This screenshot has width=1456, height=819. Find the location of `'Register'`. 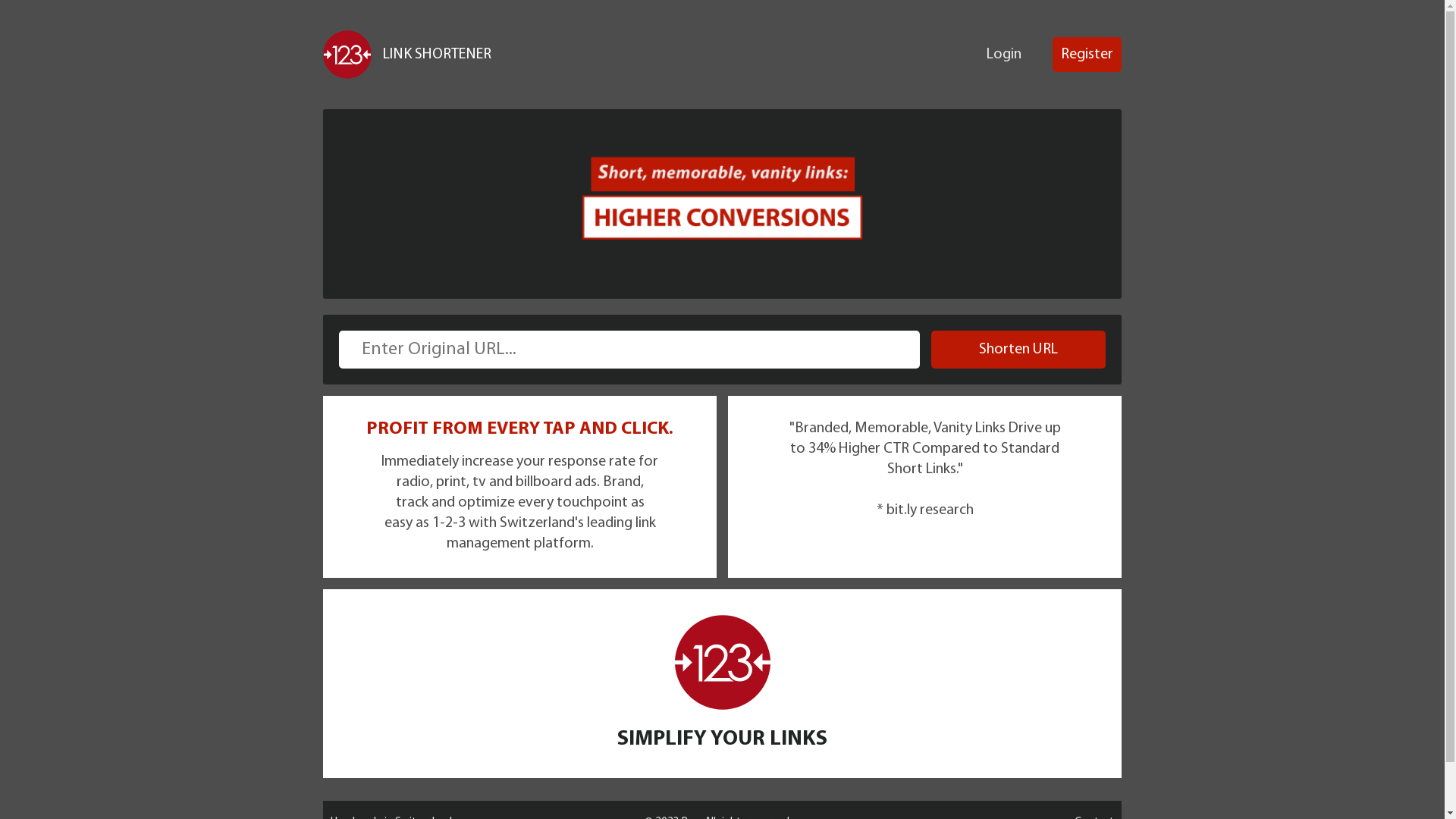

'Register' is located at coordinates (1051, 54).